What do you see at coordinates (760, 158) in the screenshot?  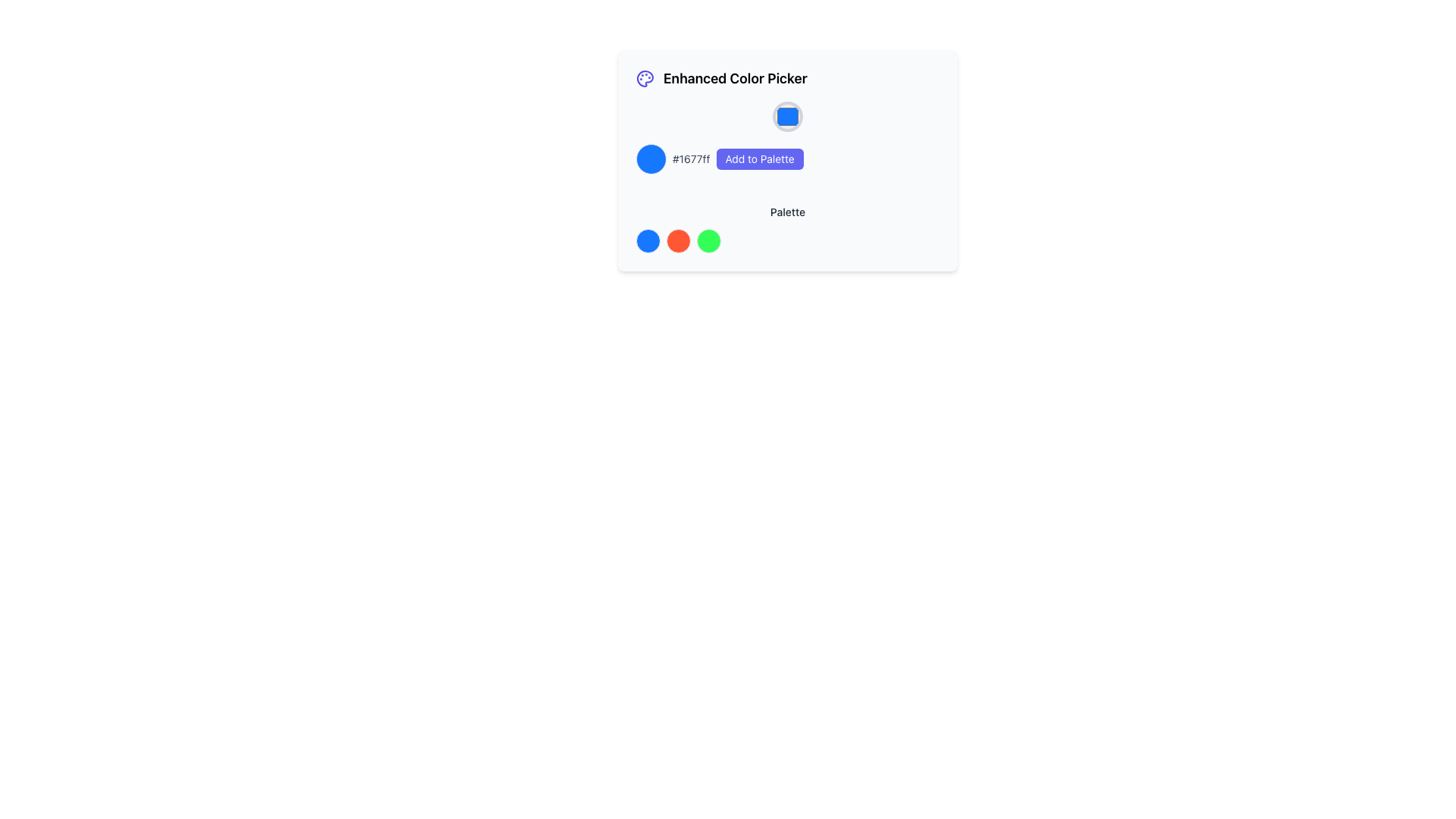 I see `the button with the purple background and white text that says 'Add to Palette', which is located to the right of the hexadecimal color code '#1677ff'` at bounding box center [760, 158].